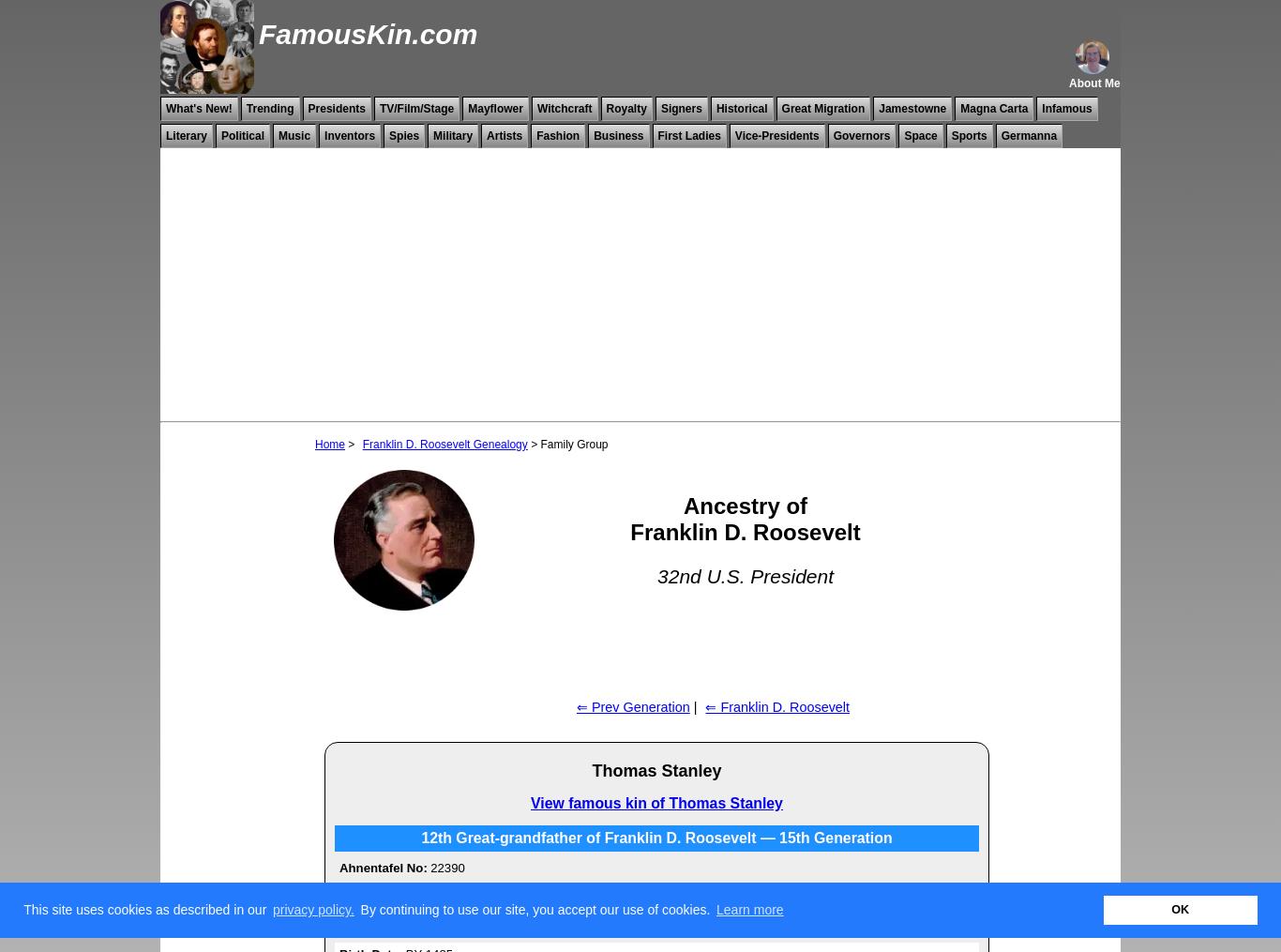 The width and height of the screenshot is (1281, 952). What do you see at coordinates (695, 706) in the screenshot?
I see `'|'` at bounding box center [695, 706].